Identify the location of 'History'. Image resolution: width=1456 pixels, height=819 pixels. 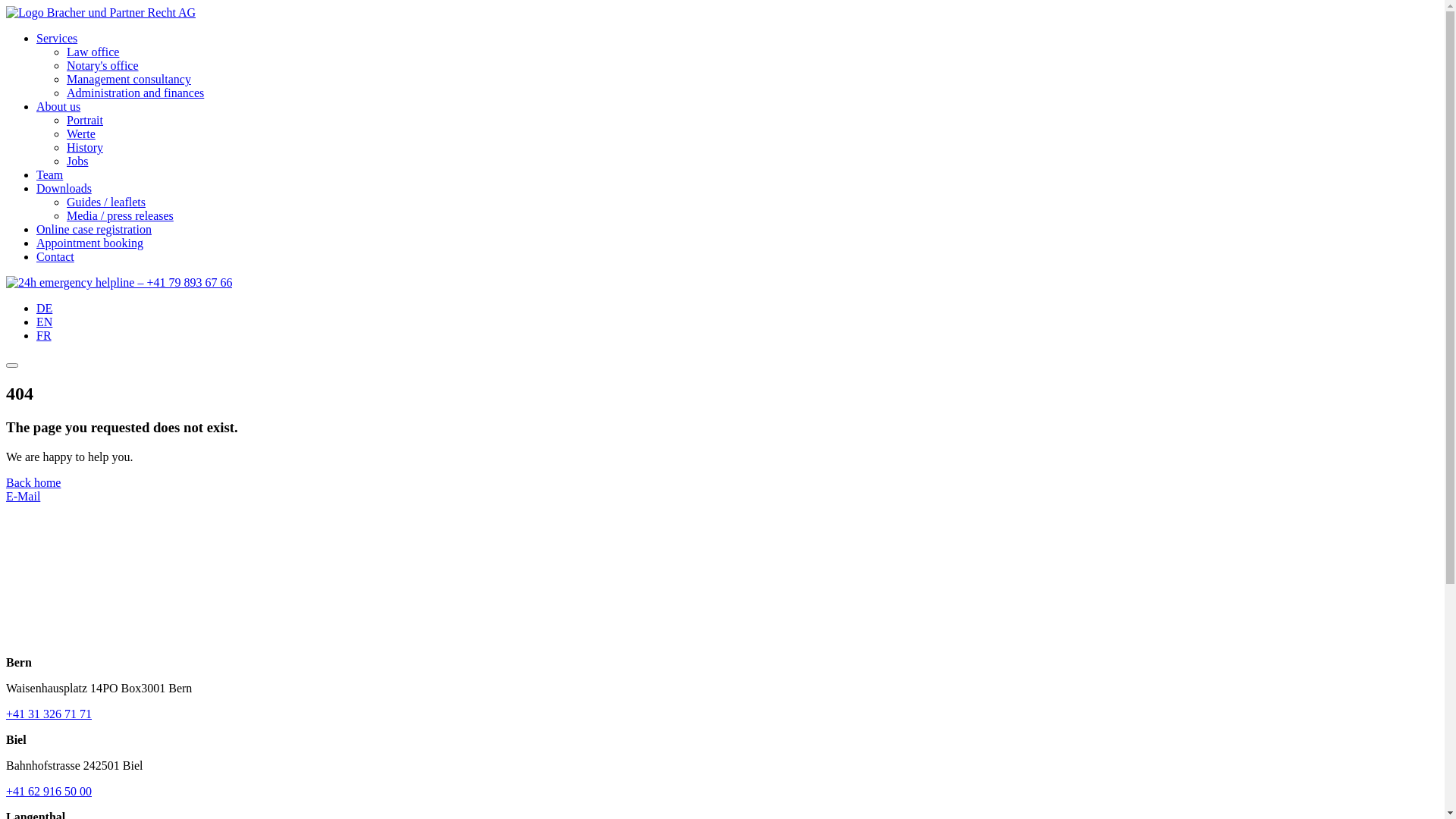
(83, 147).